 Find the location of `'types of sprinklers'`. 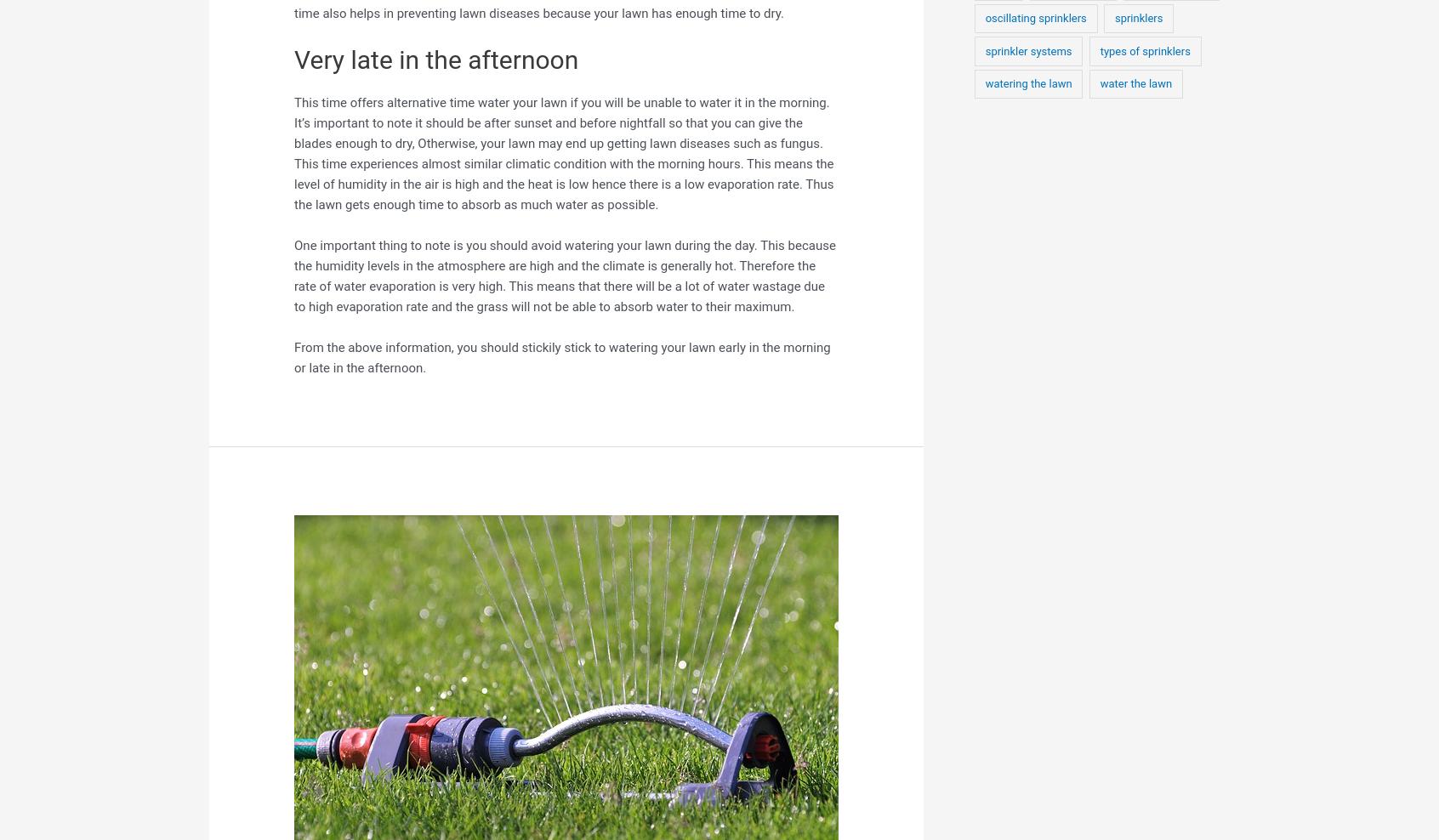

'types of sprinklers' is located at coordinates (1144, 49).